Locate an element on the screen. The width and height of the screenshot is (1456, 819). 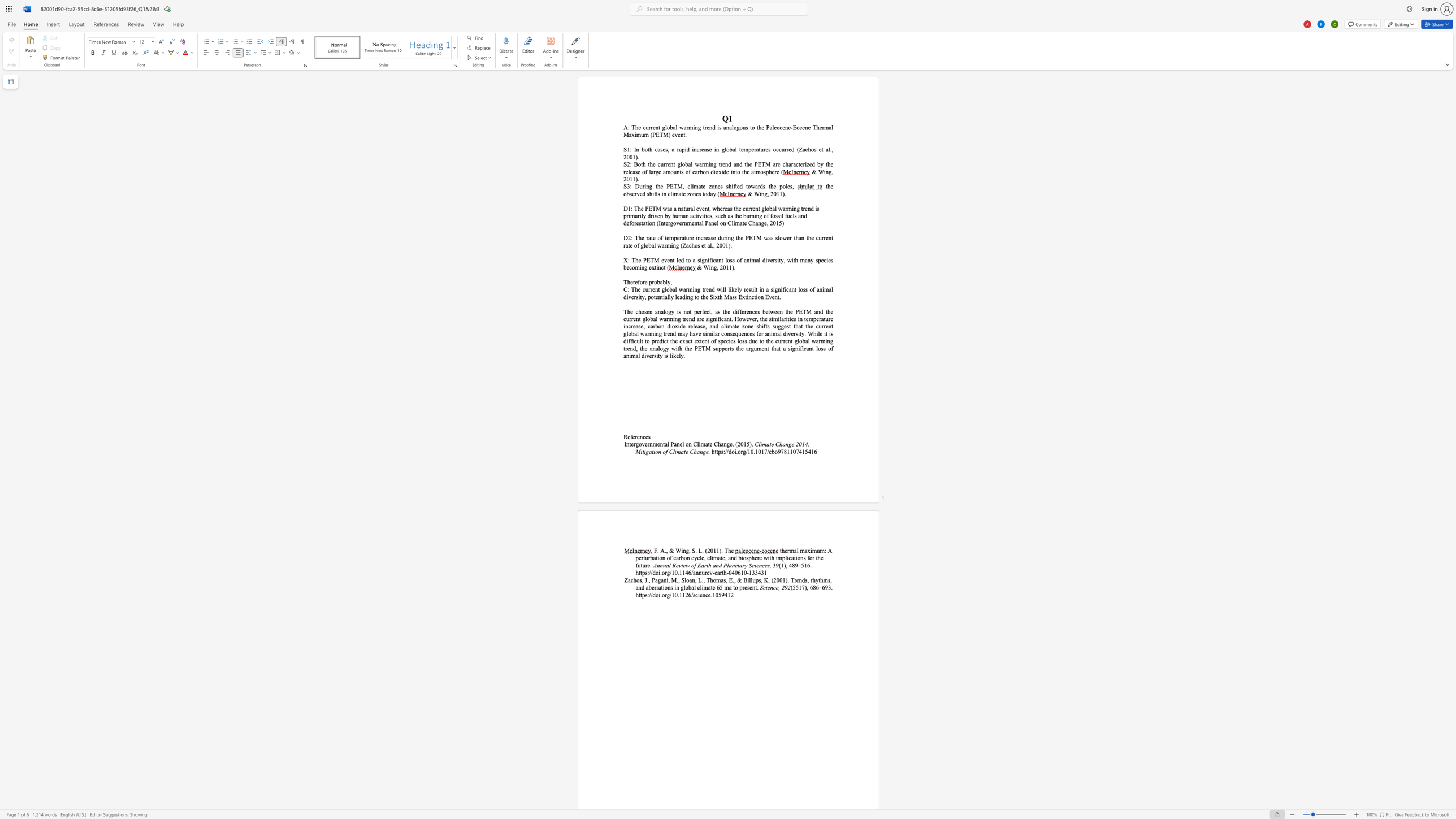
the space between the continuous character "A" and "." in the text is located at coordinates (663, 551).